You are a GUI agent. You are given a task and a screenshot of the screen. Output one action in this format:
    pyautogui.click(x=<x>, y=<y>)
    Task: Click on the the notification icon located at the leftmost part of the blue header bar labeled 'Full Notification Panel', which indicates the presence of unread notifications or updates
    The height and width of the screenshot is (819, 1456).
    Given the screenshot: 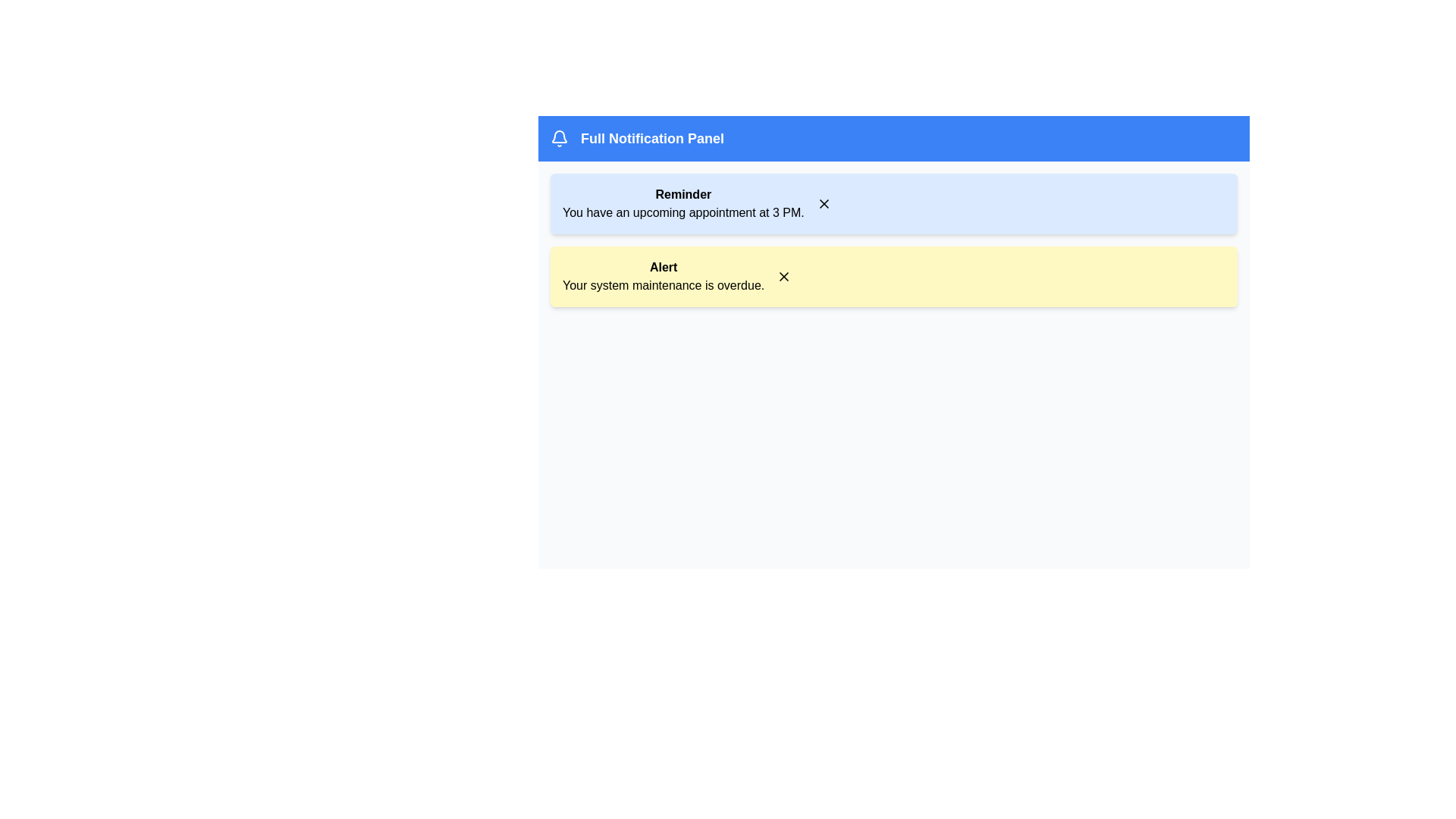 What is the action you would take?
    pyautogui.click(x=559, y=138)
    